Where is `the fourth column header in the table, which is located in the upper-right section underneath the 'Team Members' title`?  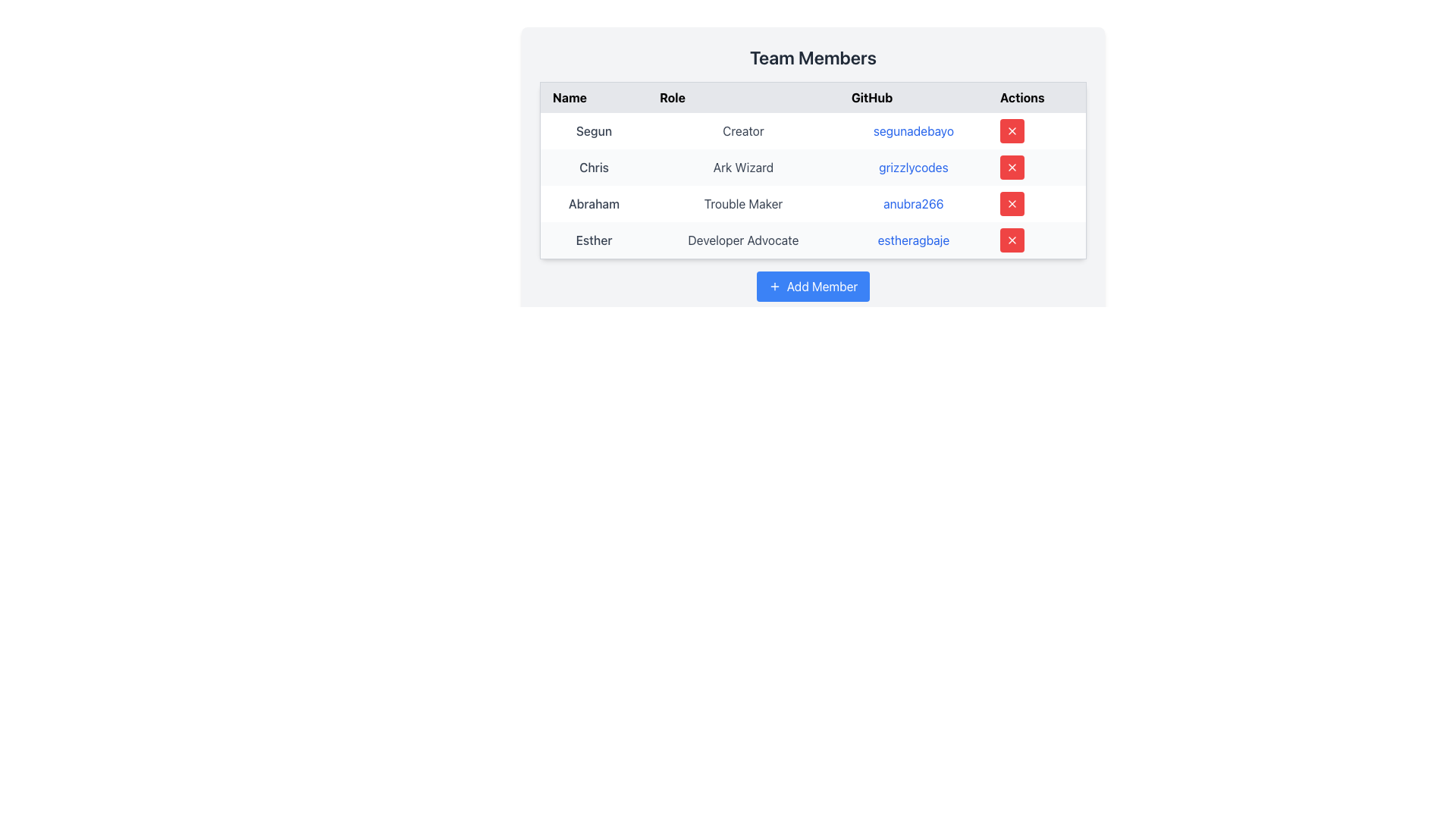 the fourth column header in the table, which is located in the upper-right section underneath the 'Team Members' title is located at coordinates (1036, 97).